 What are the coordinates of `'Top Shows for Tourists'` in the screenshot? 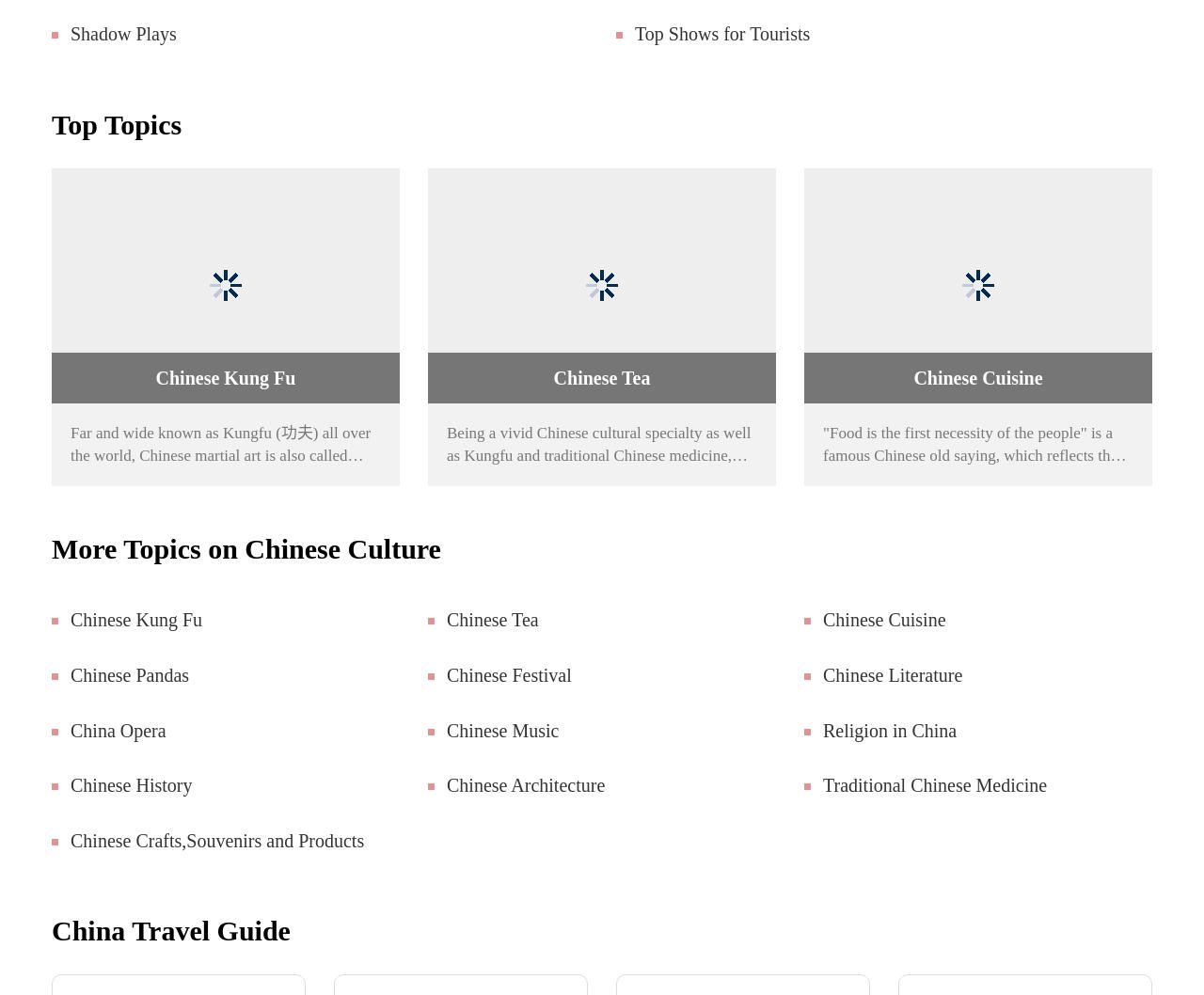 It's located at (721, 33).